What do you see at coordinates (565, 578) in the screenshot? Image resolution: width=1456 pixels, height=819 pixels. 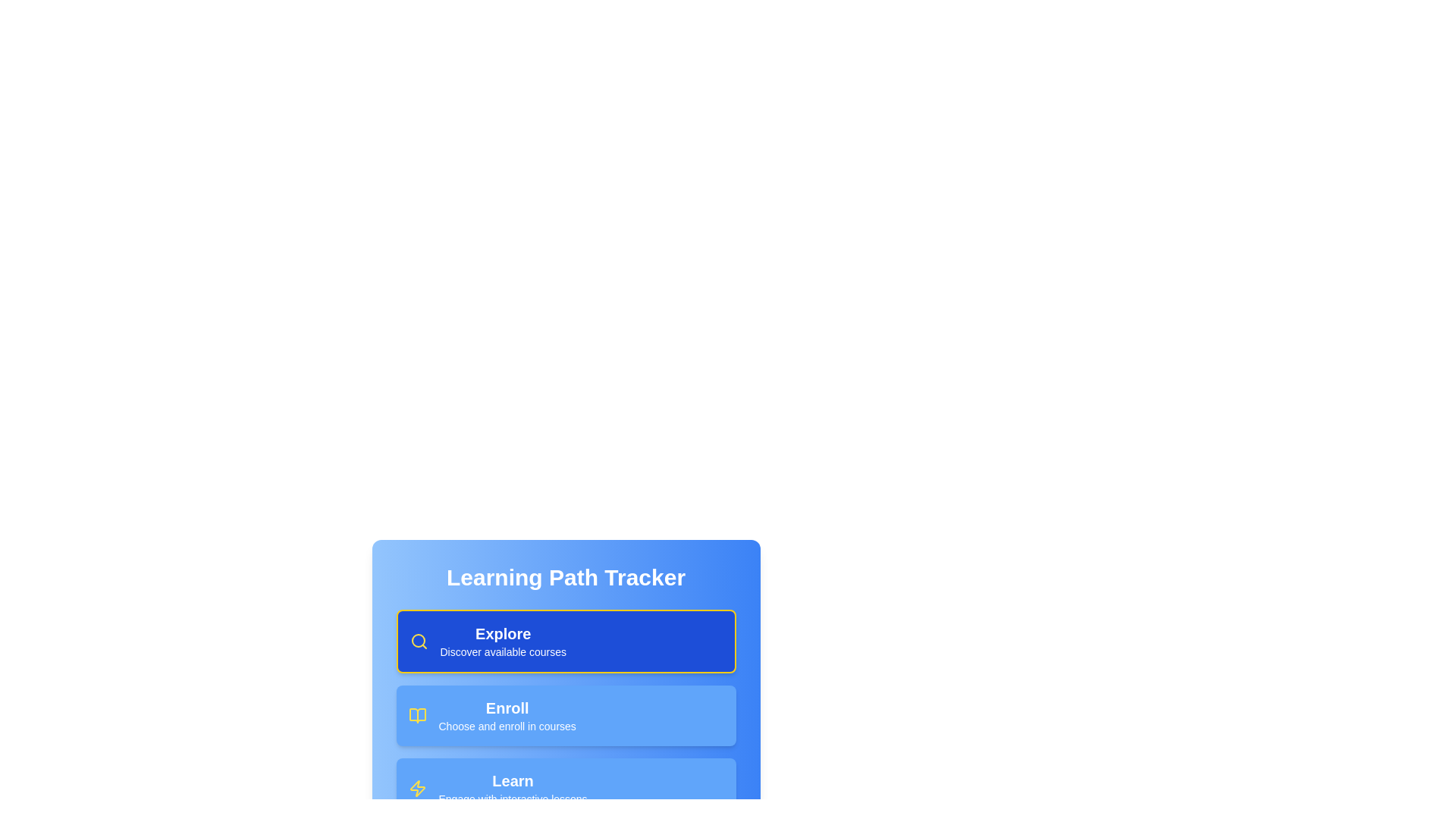 I see `the Title or Heading element located at the top of the panel with a gradient blue background, serving as a descriptor for the content below` at bounding box center [565, 578].